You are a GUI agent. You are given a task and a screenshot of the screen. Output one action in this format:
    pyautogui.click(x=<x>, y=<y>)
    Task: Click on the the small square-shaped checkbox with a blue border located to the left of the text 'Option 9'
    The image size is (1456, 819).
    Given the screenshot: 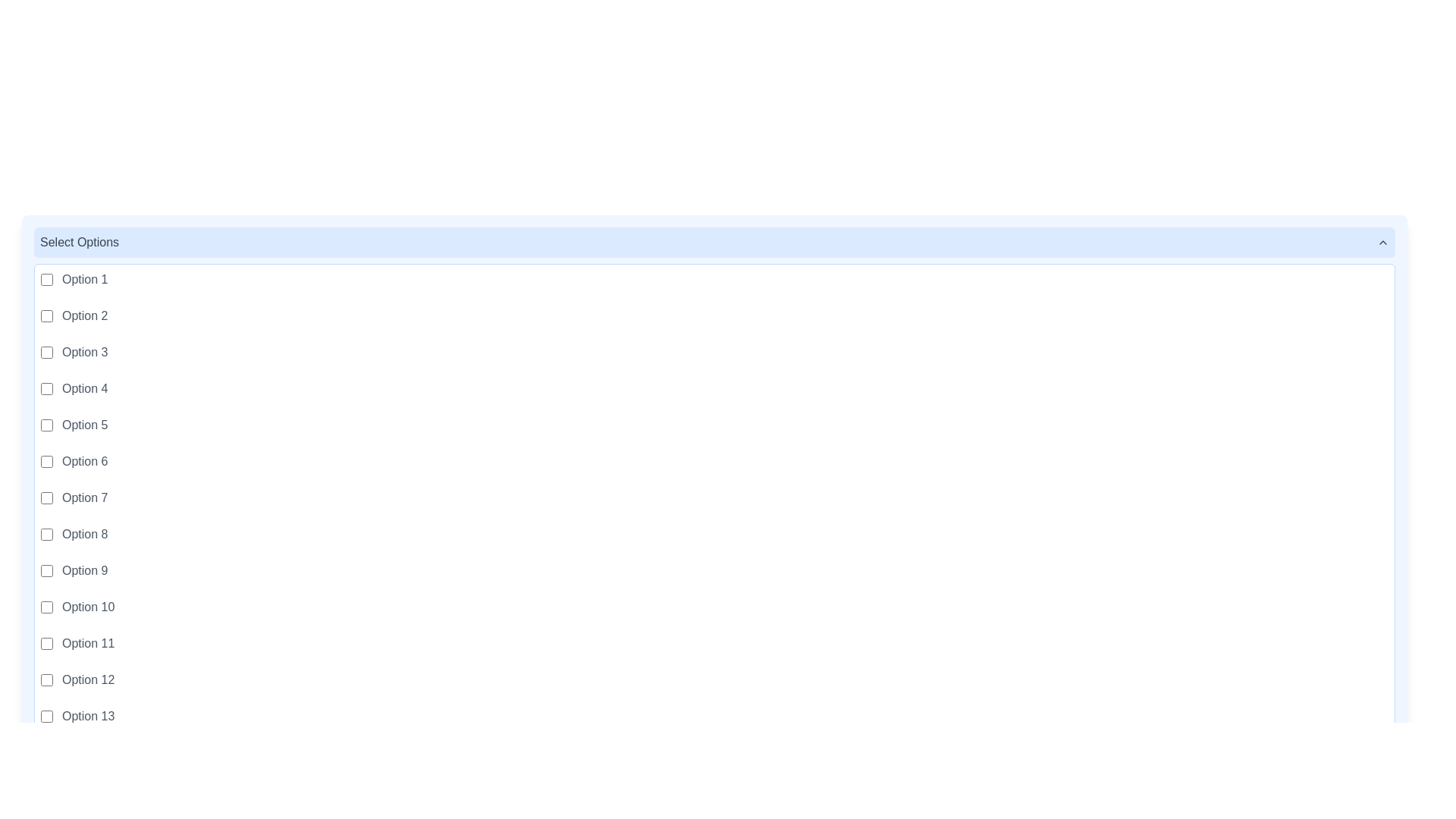 What is the action you would take?
    pyautogui.click(x=47, y=570)
    